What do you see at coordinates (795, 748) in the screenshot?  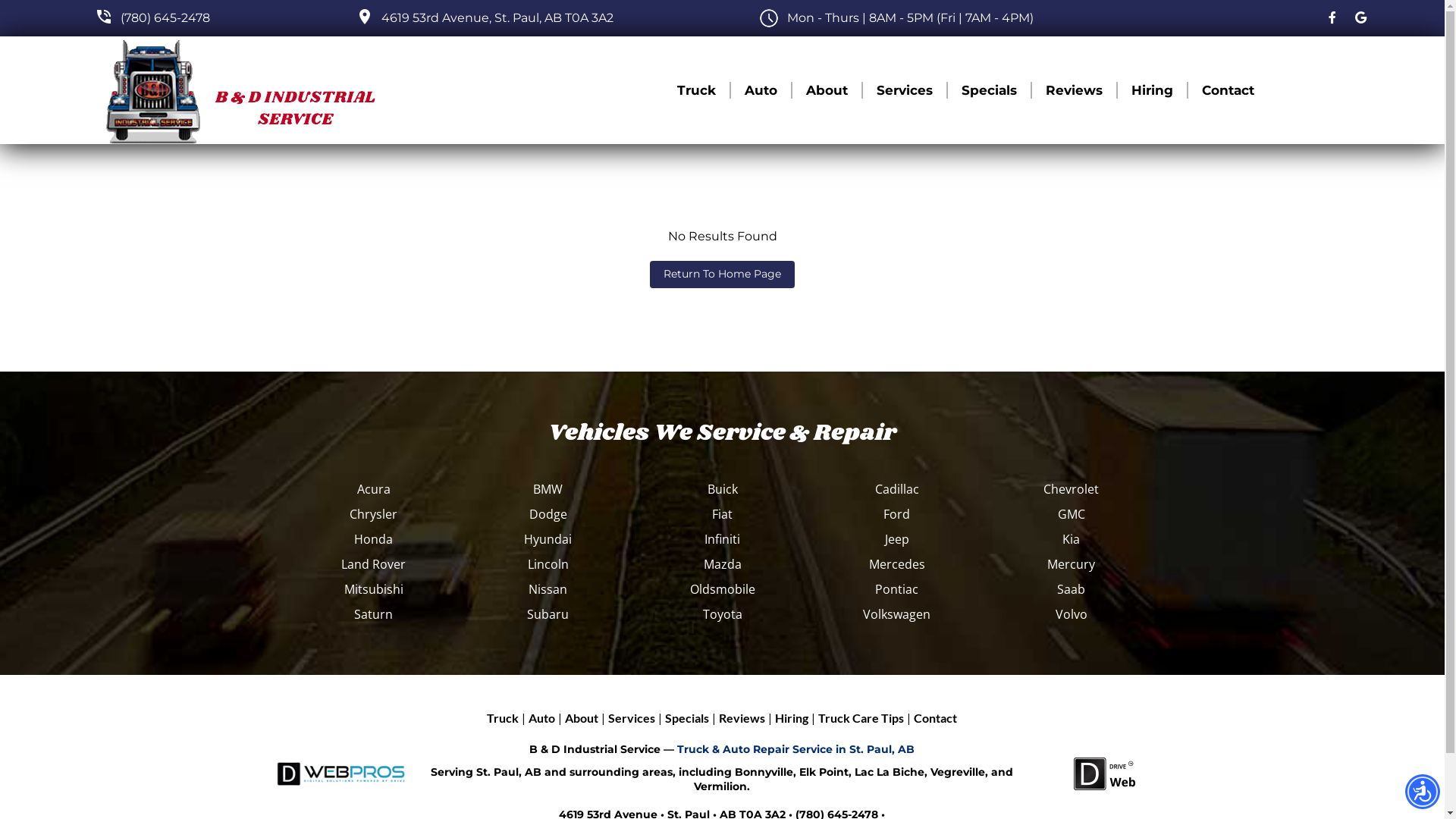 I see `'Truck & Auto Repair Service in St. Paul, AB'` at bounding box center [795, 748].